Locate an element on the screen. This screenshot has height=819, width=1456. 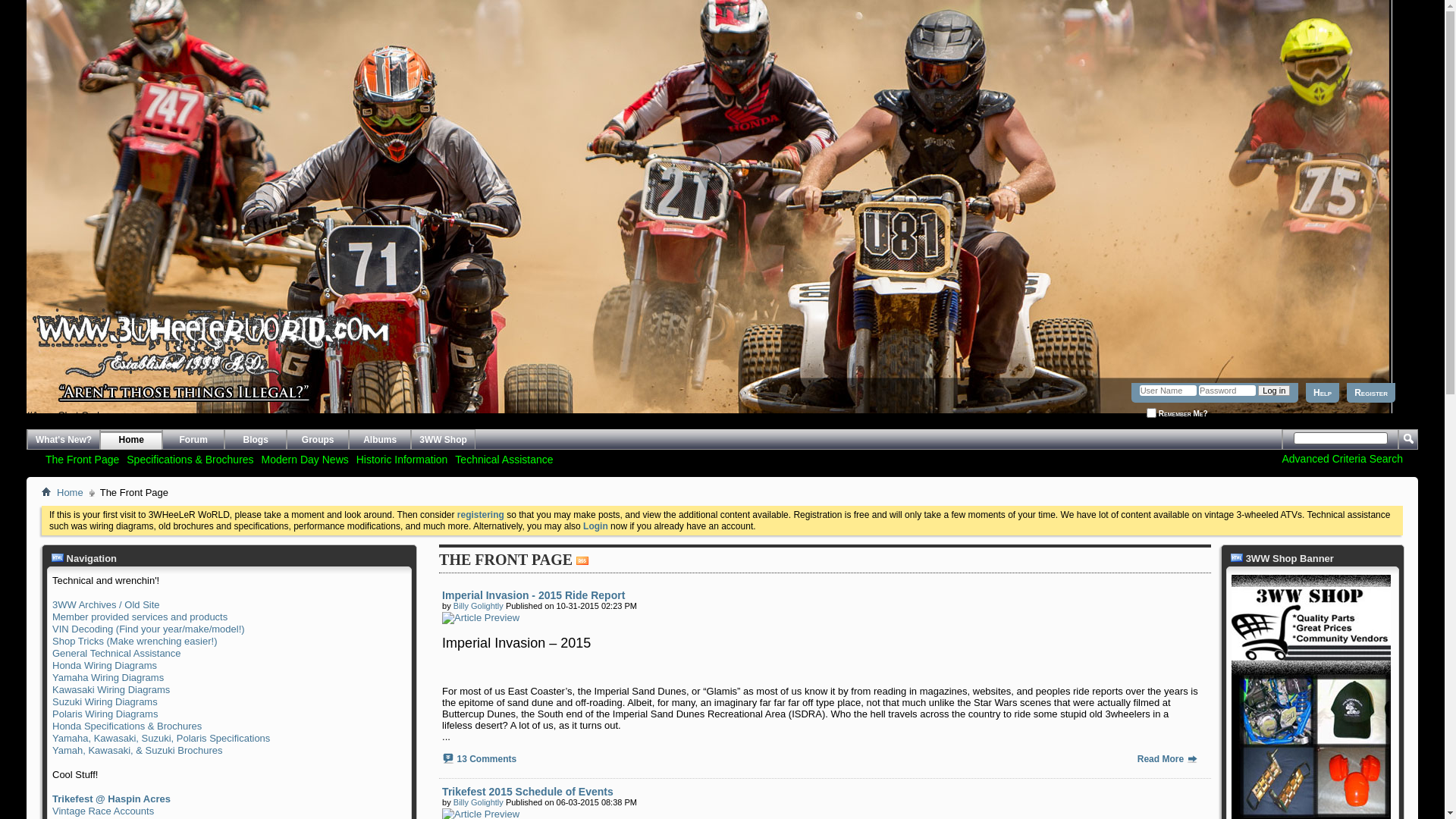
'Imperial Invasion - 2015 Ride Report' is located at coordinates (533, 595).